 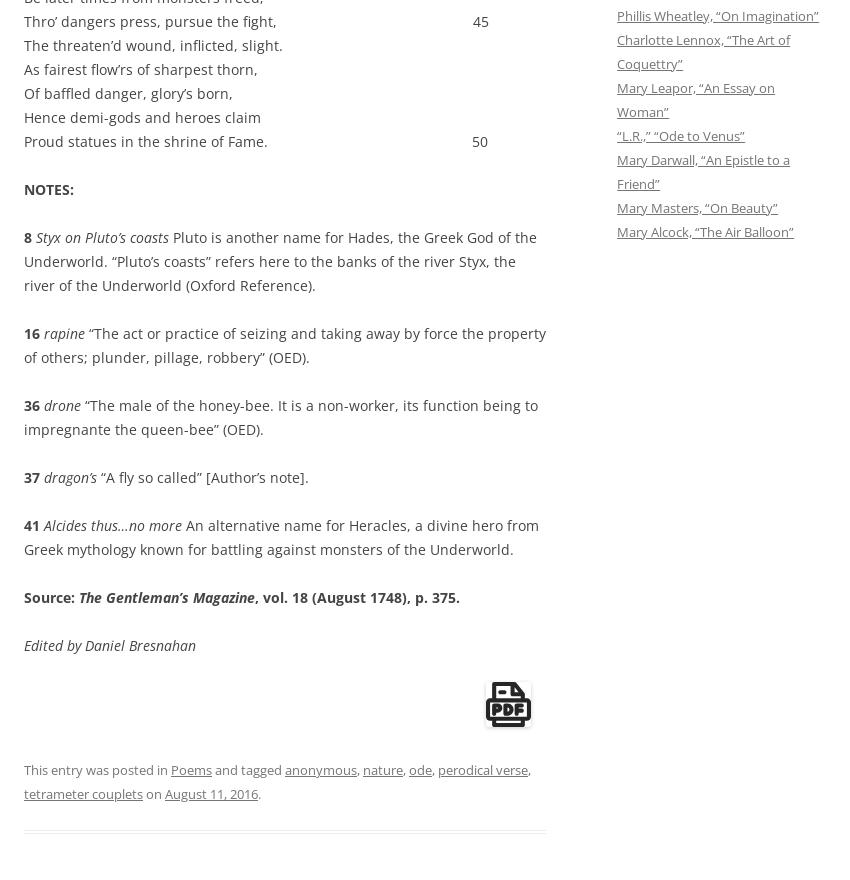 What do you see at coordinates (201, 476) in the screenshot?
I see `'“A fly so called” [Author’s note].'` at bounding box center [201, 476].